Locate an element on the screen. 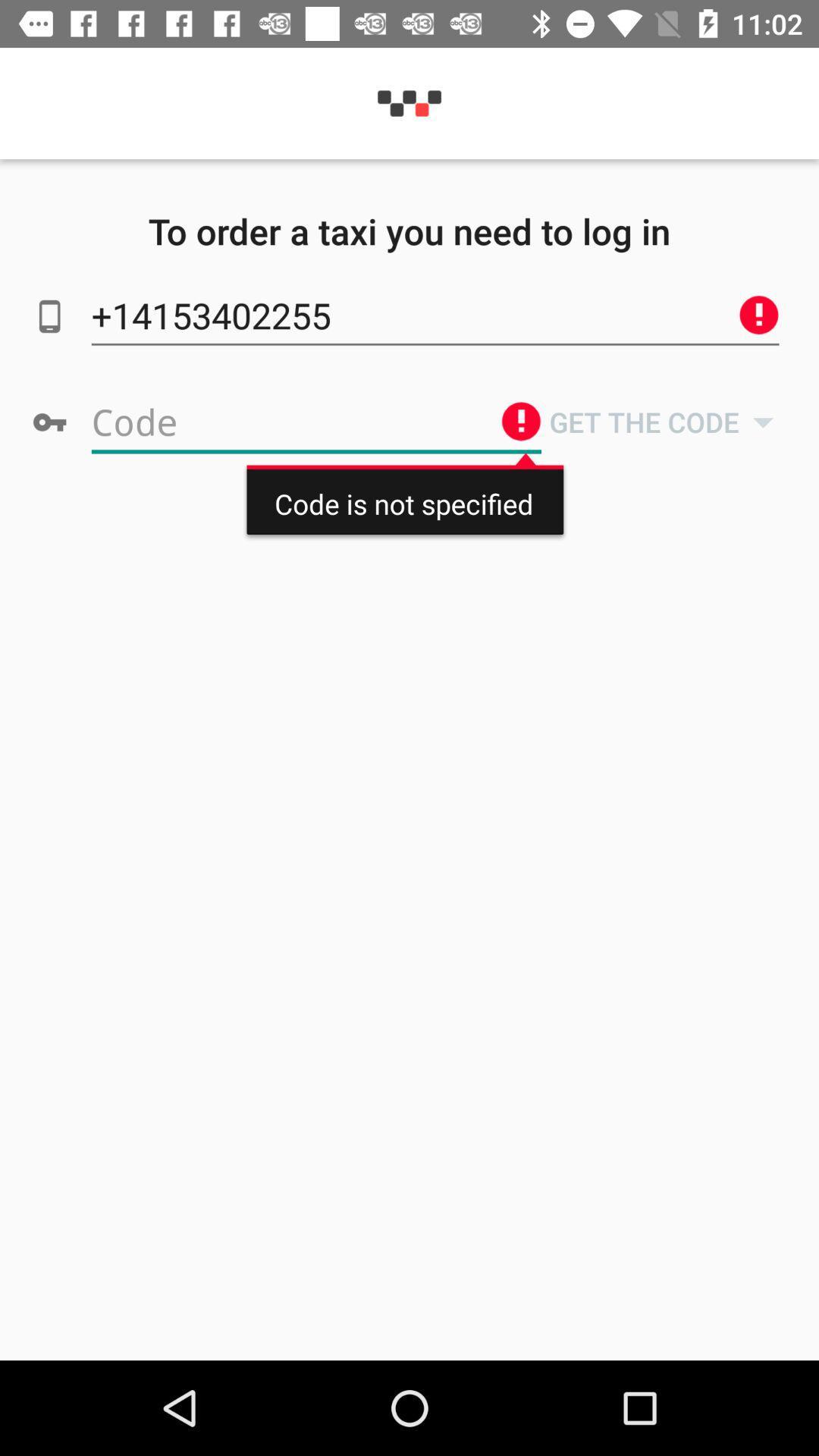 The width and height of the screenshot is (819, 1456). code is located at coordinates (315, 422).